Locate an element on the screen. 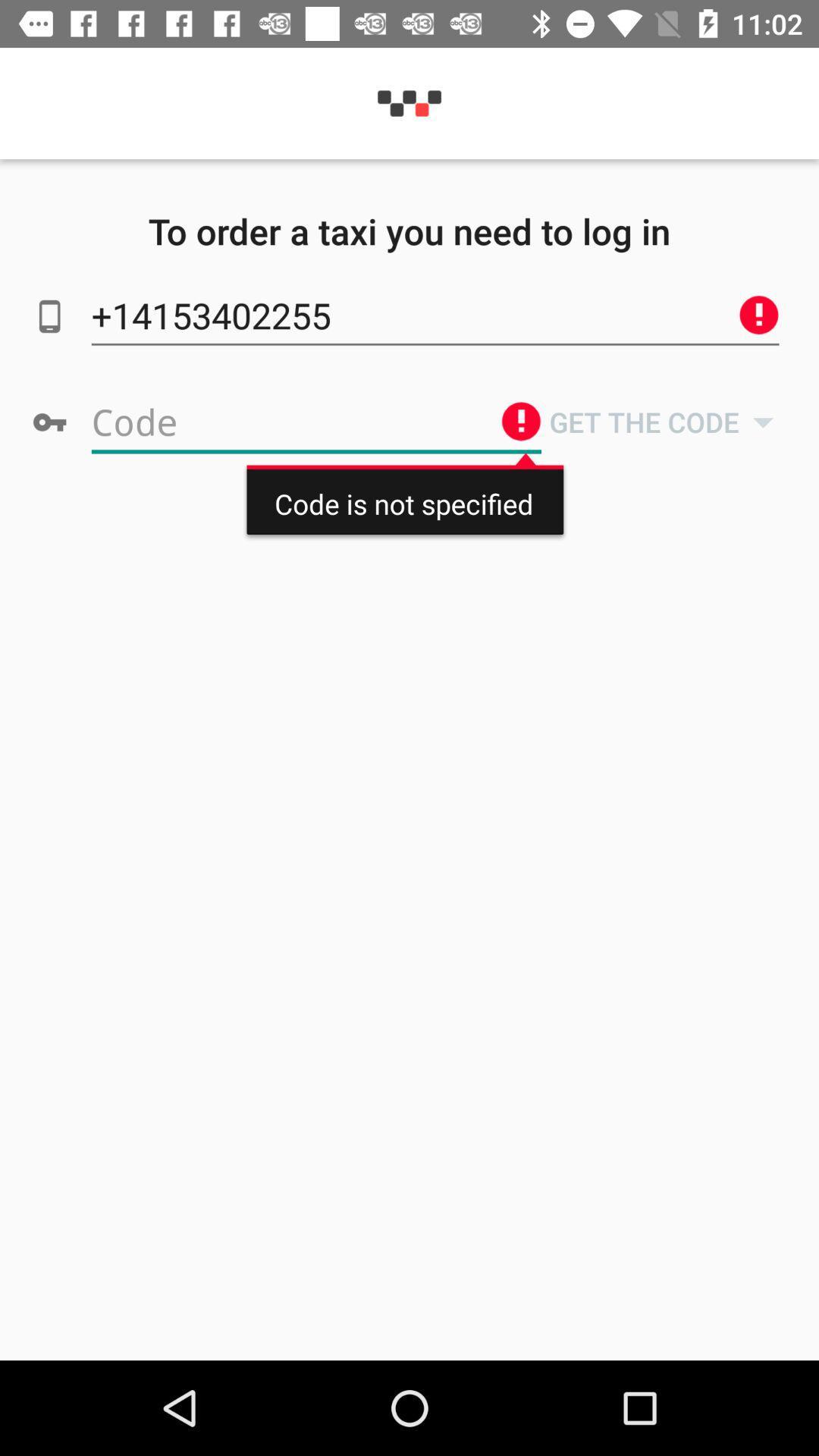 The width and height of the screenshot is (819, 1456). code is located at coordinates (315, 422).